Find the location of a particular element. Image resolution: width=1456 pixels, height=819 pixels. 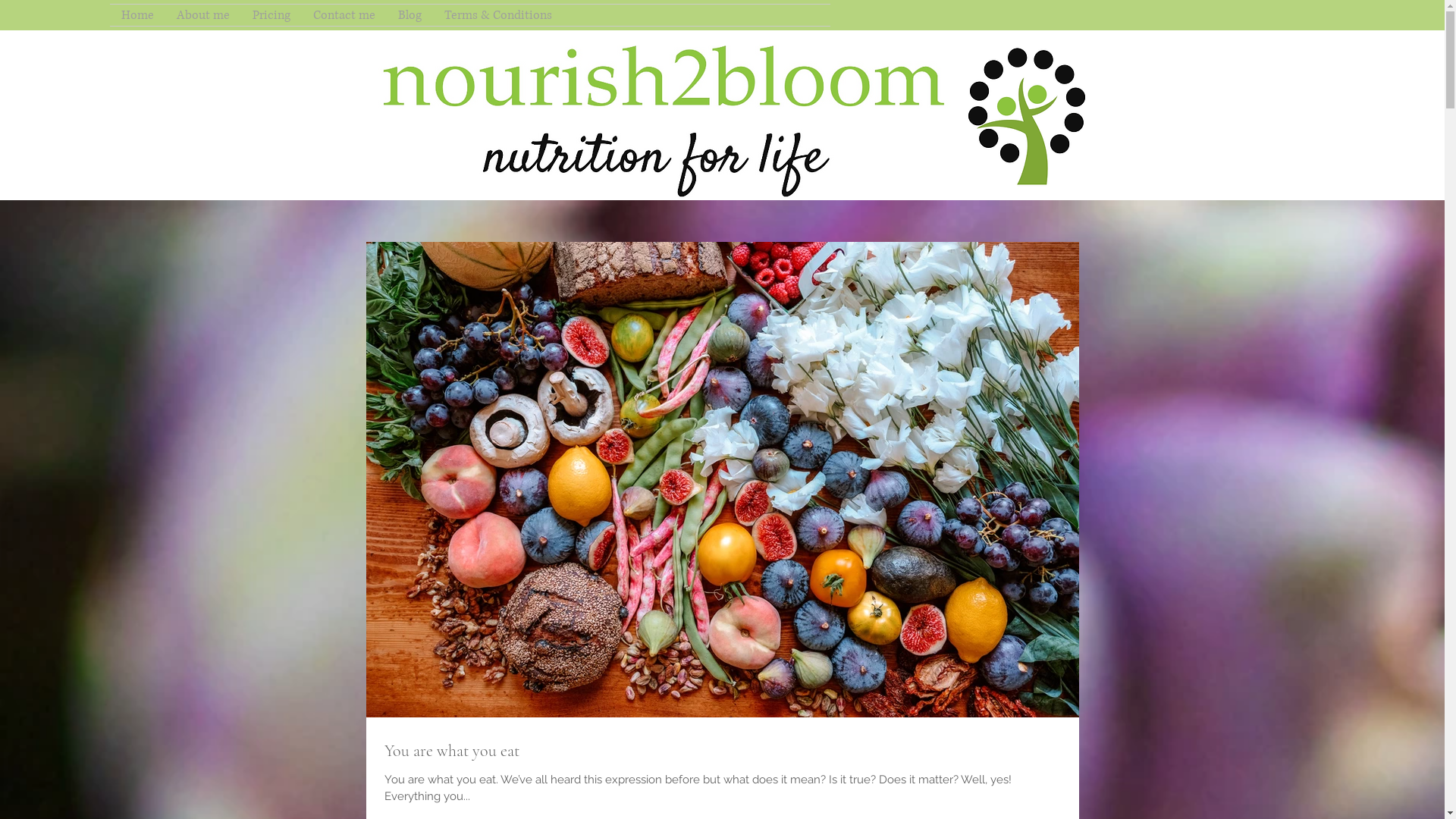

'Terms & Conditions' is located at coordinates (498, 14).